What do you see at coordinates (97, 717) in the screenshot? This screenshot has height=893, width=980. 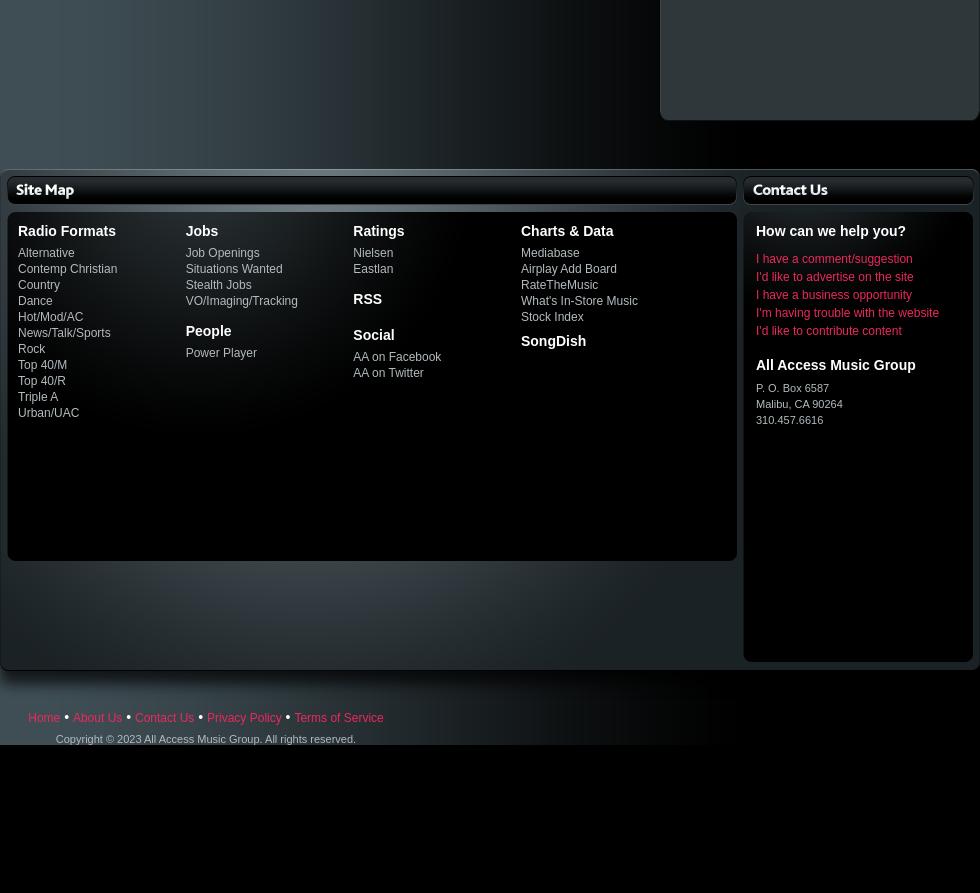 I see `'About Us'` at bounding box center [97, 717].